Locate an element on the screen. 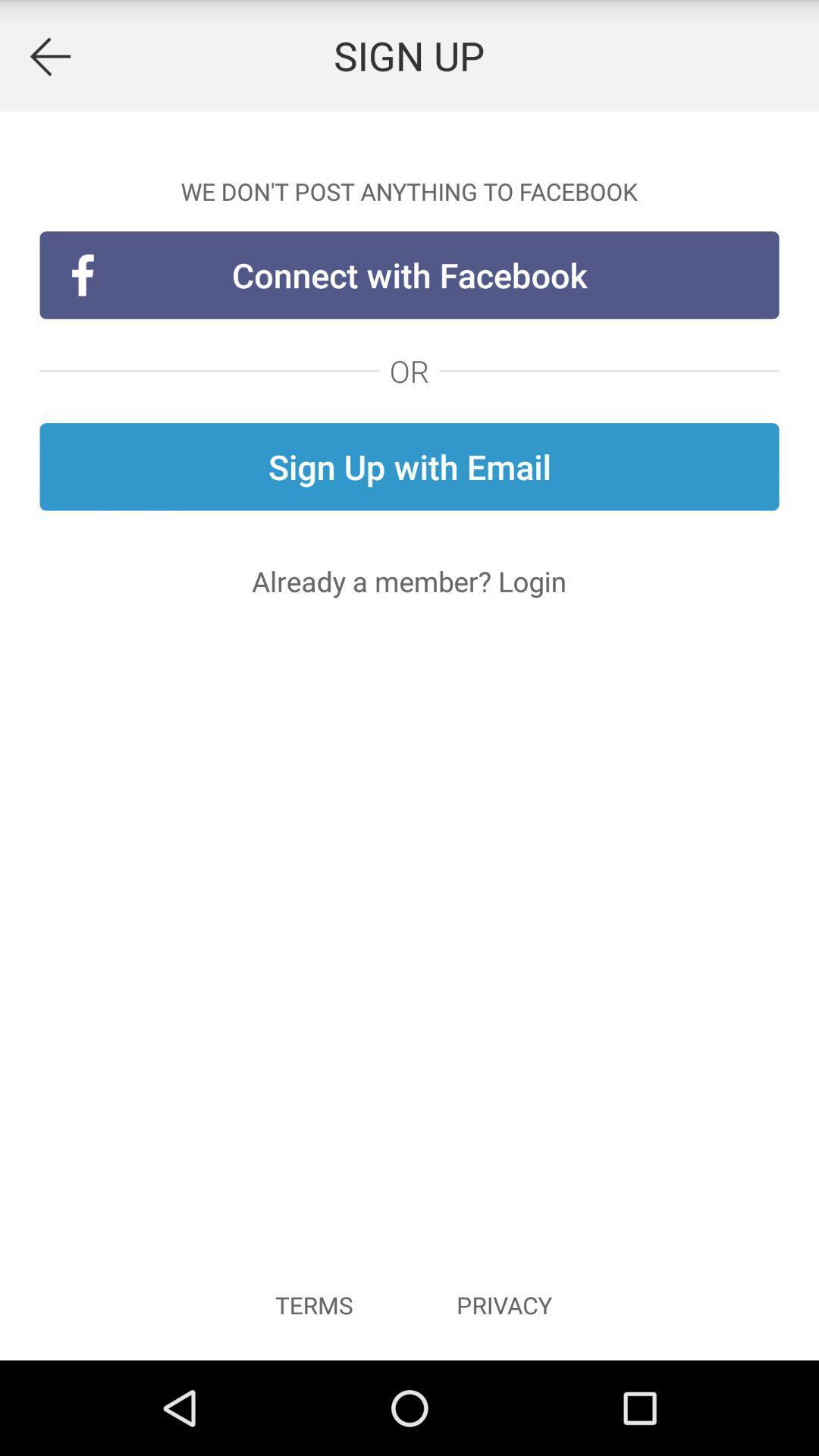 The width and height of the screenshot is (819, 1456). return to previous screen is located at coordinates (49, 55).